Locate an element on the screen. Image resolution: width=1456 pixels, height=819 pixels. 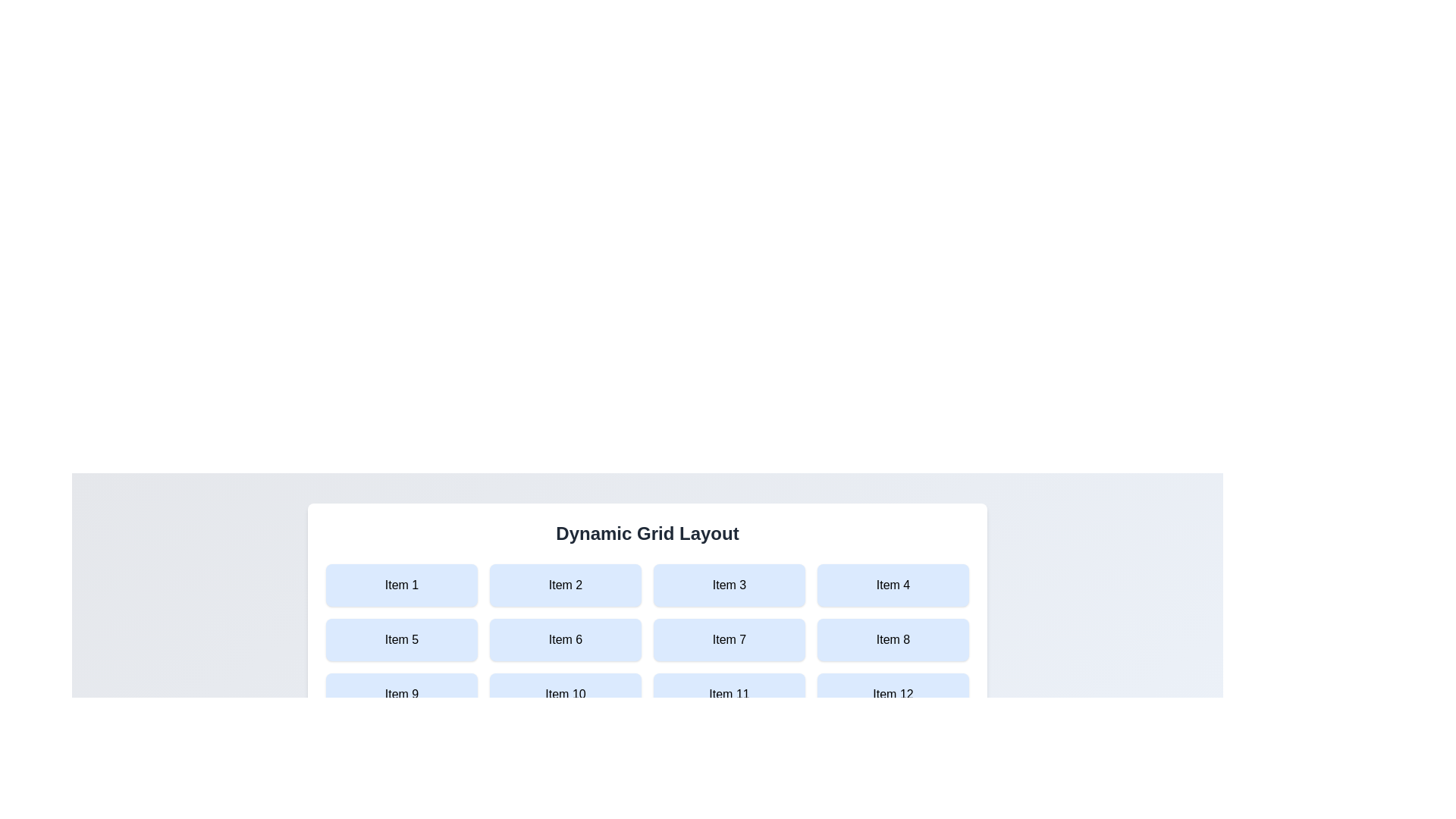
the grid item labeled 'Item 9' located in the third row and first column of the 'Dynamic Grid Layout' is located at coordinates (401, 694).